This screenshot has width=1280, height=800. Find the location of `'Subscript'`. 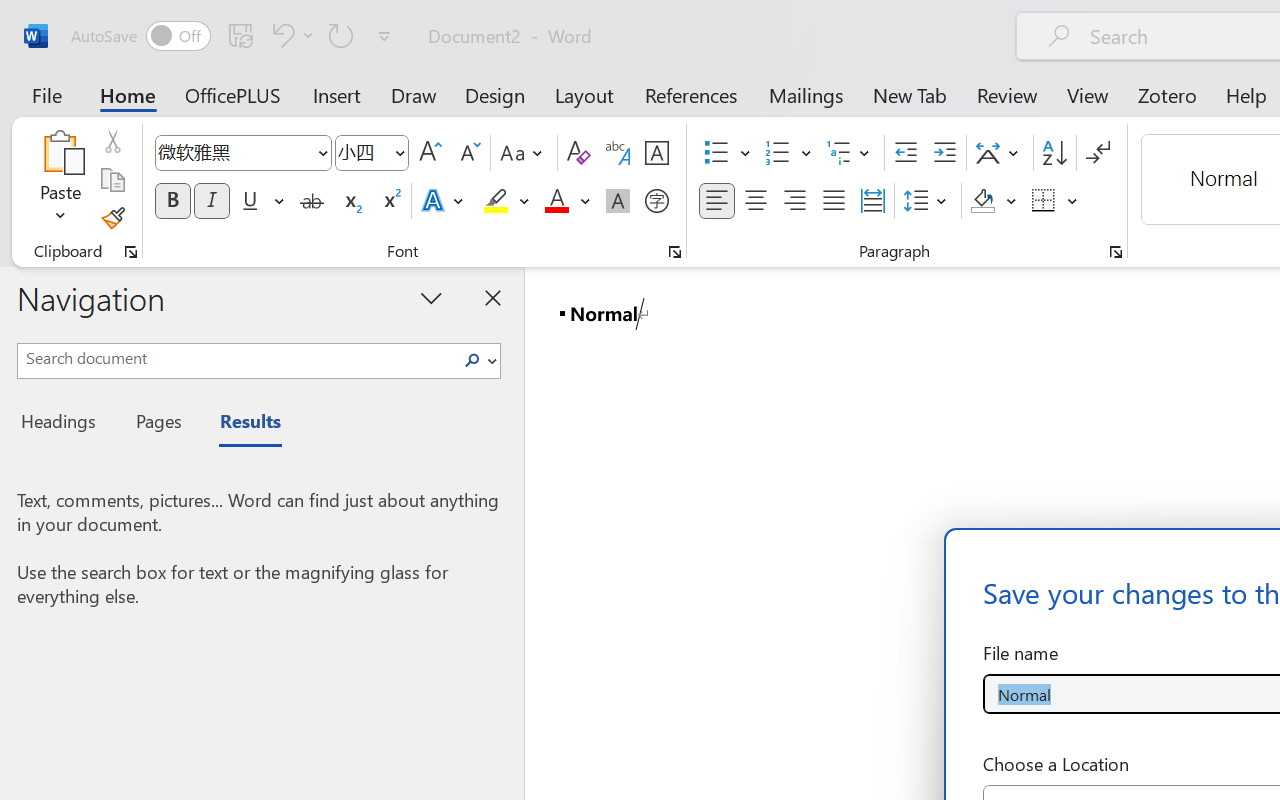

'Subscript' is located at coordinates (350, 201).